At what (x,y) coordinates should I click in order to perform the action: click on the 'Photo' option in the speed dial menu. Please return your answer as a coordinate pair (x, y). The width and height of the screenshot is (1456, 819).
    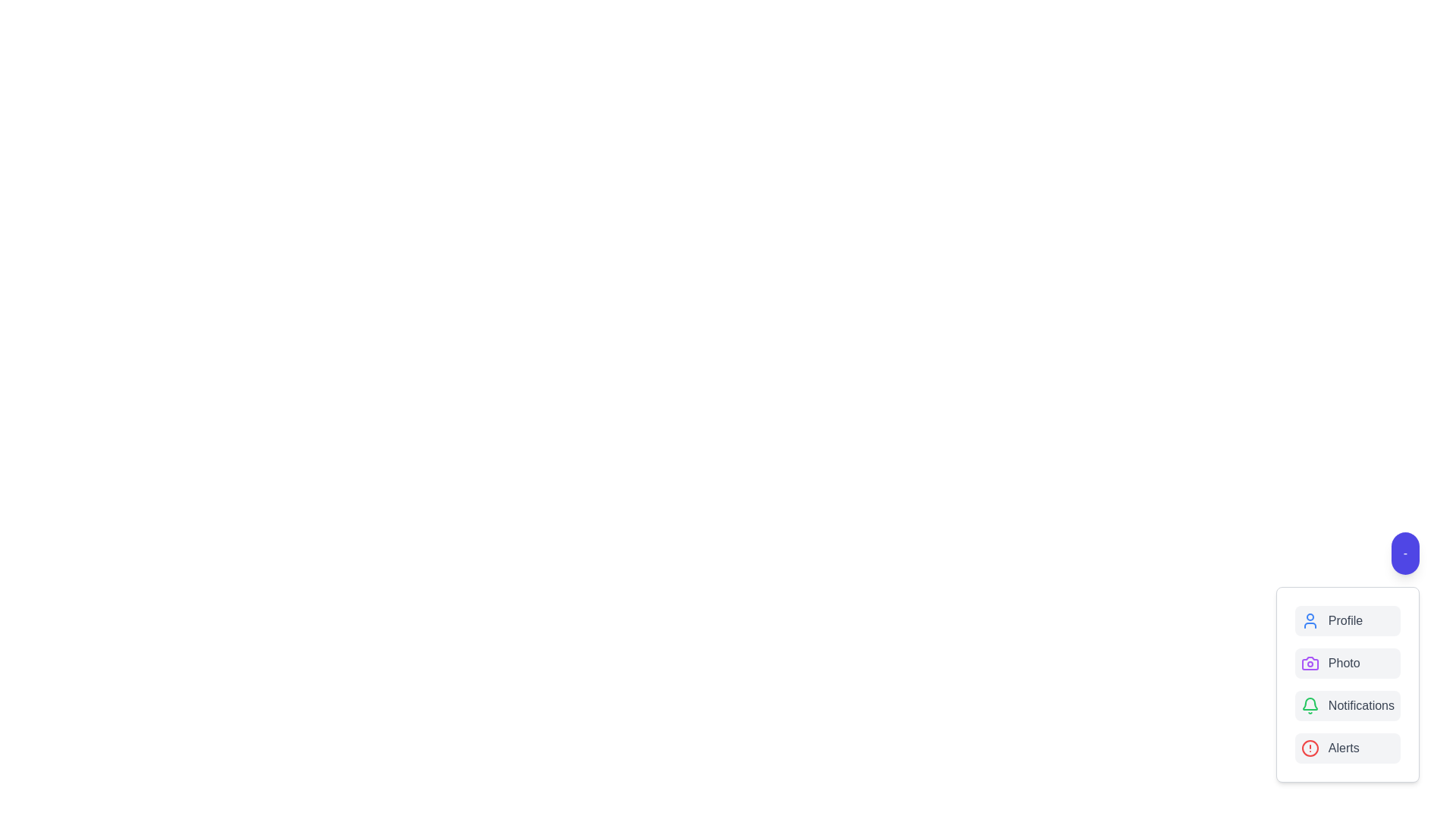
    Looking at the image, I should click on (1348, 663).